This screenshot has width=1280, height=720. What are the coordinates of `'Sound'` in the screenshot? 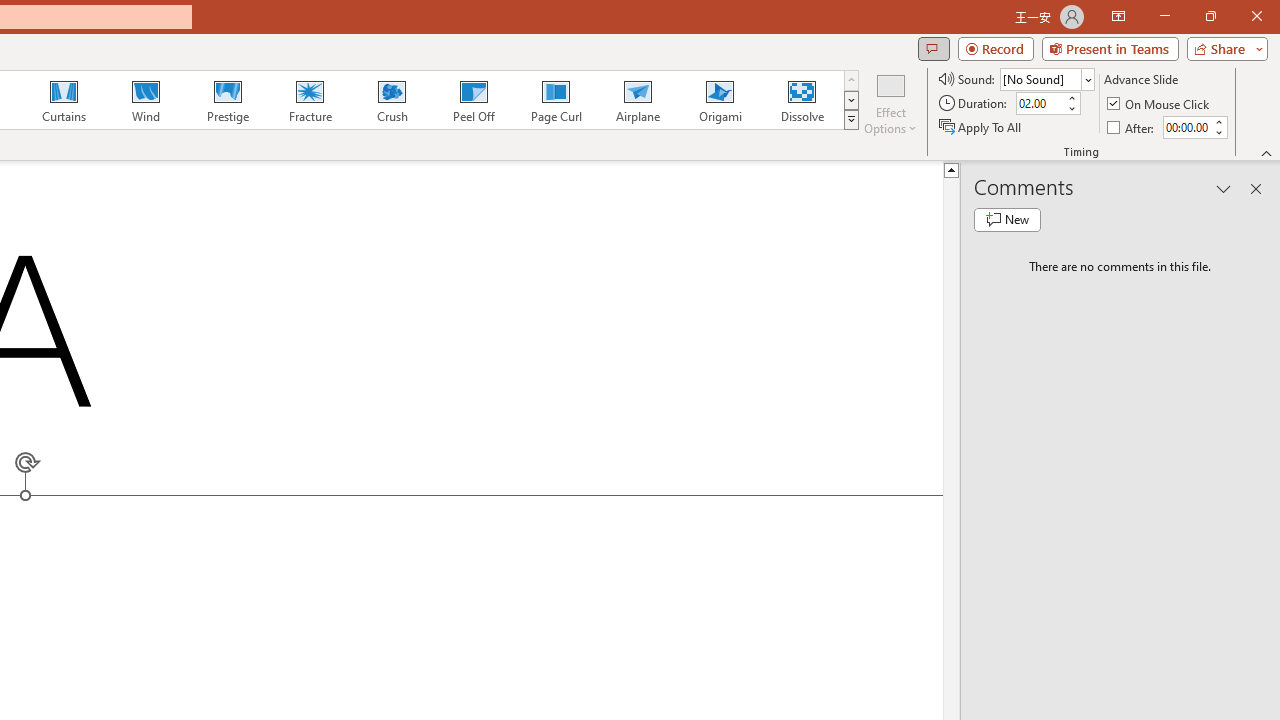 It's located at (1046, 78).